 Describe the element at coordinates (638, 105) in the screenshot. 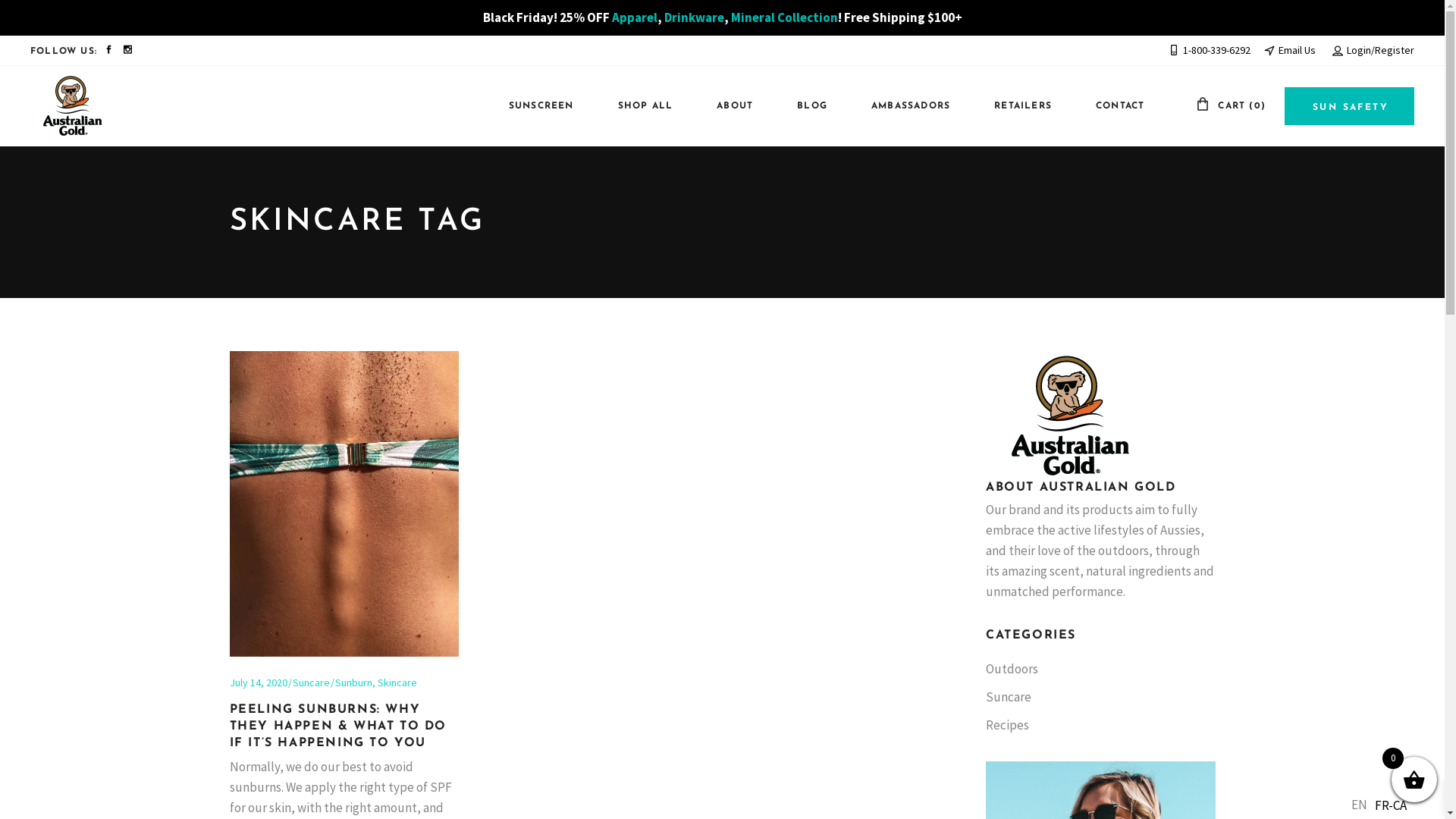

I see `'SHOP ALL'` at that location.